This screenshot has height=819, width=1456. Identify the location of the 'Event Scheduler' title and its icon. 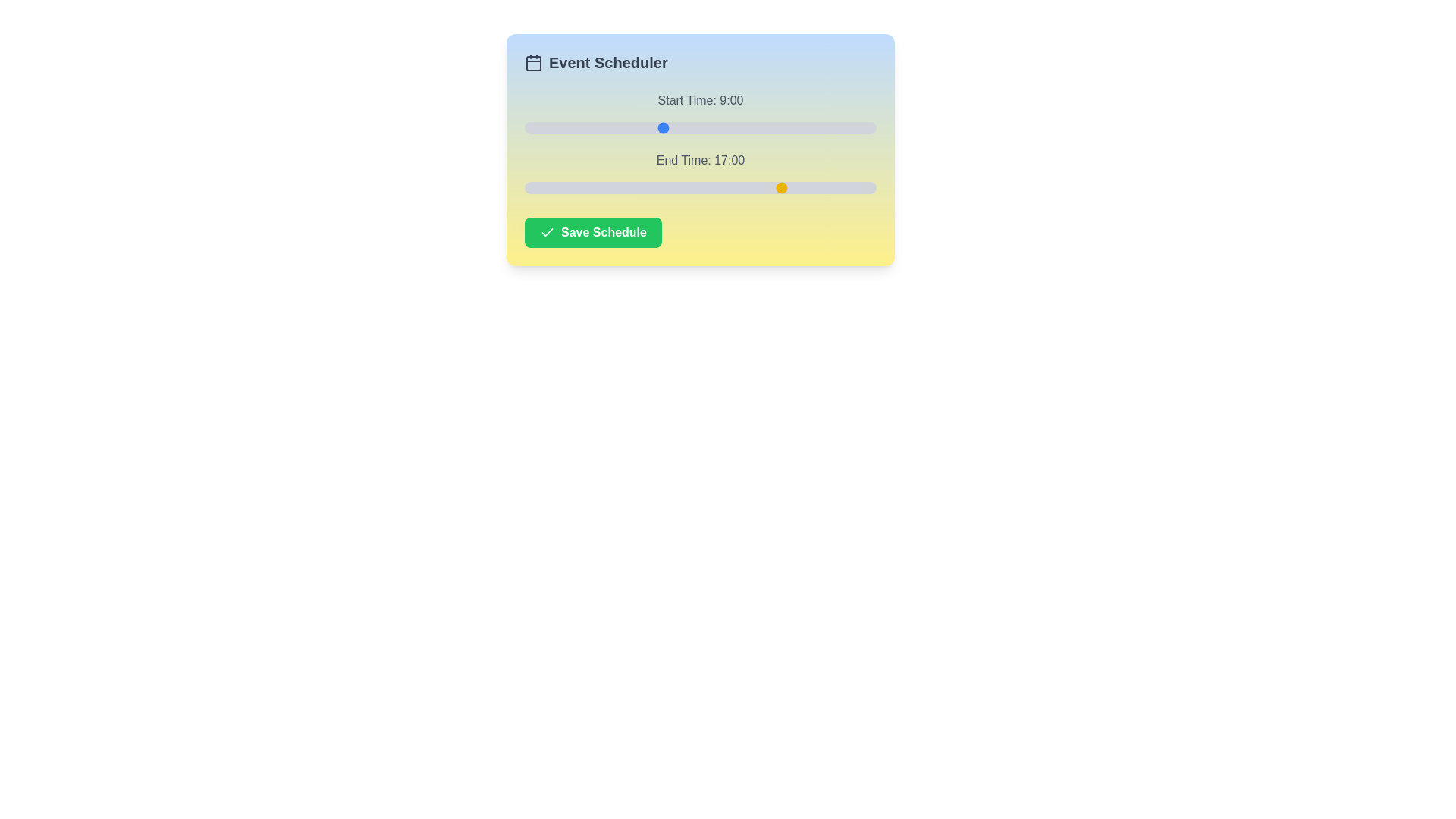
(700, 62).